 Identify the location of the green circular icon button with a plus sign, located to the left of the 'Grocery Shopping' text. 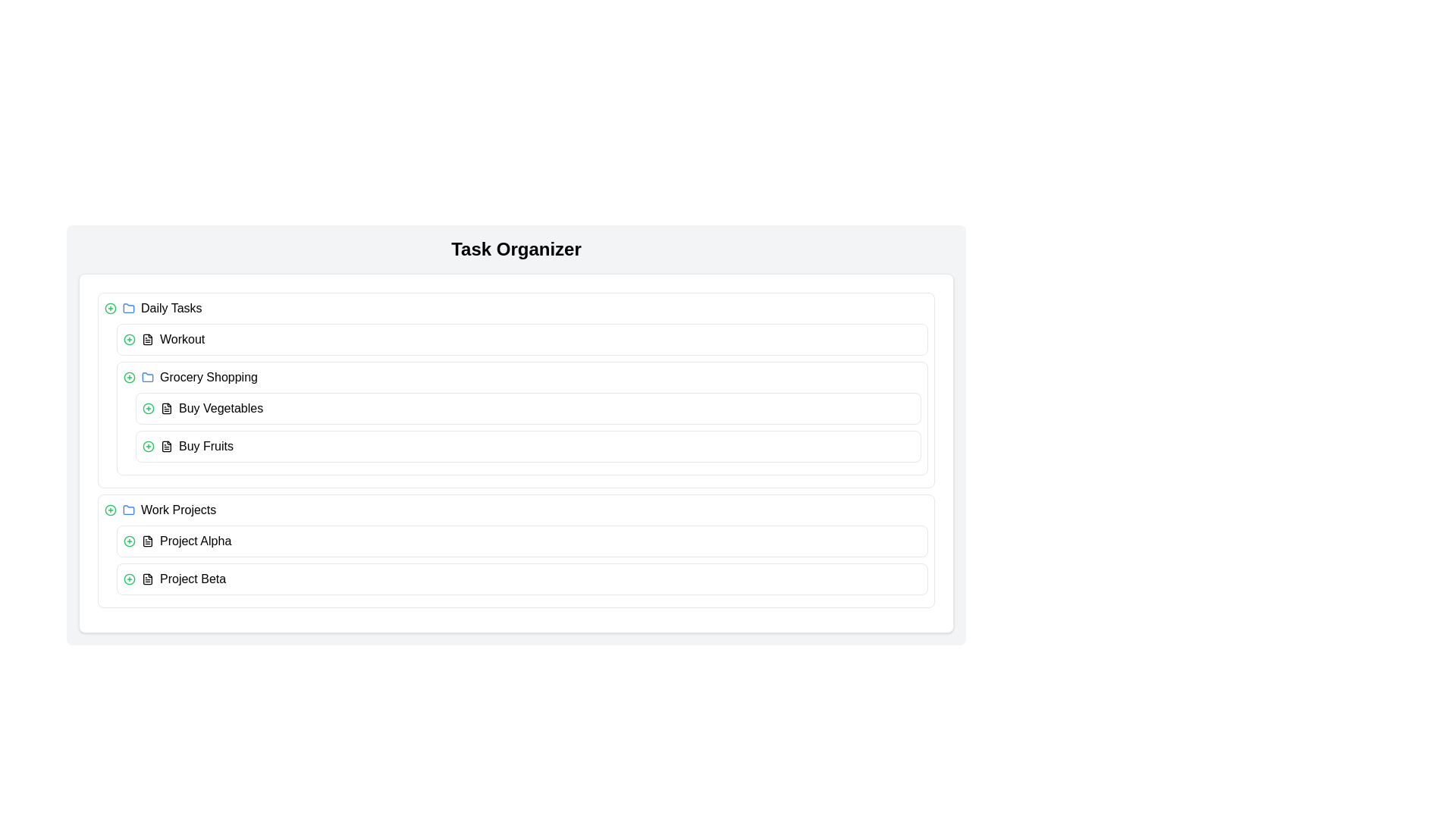
(130, 376).